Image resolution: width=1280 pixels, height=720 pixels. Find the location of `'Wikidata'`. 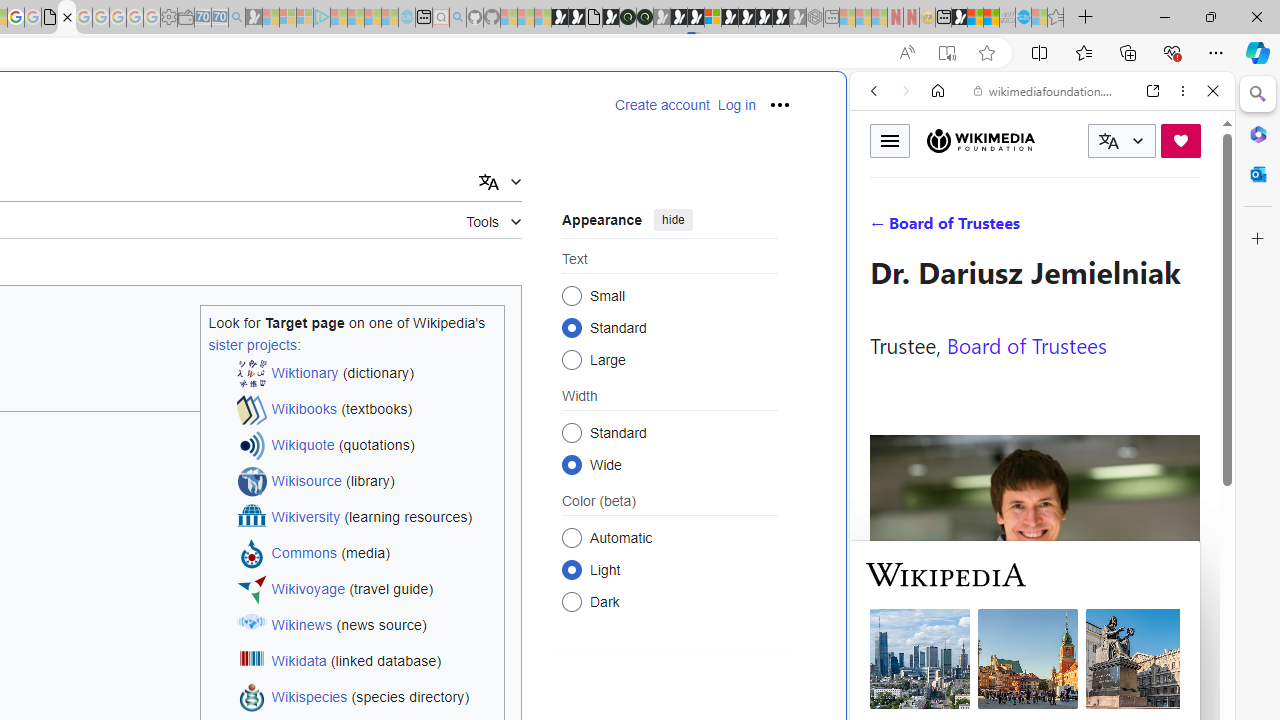

'Wikidata' is located at coordinates (297, 661).